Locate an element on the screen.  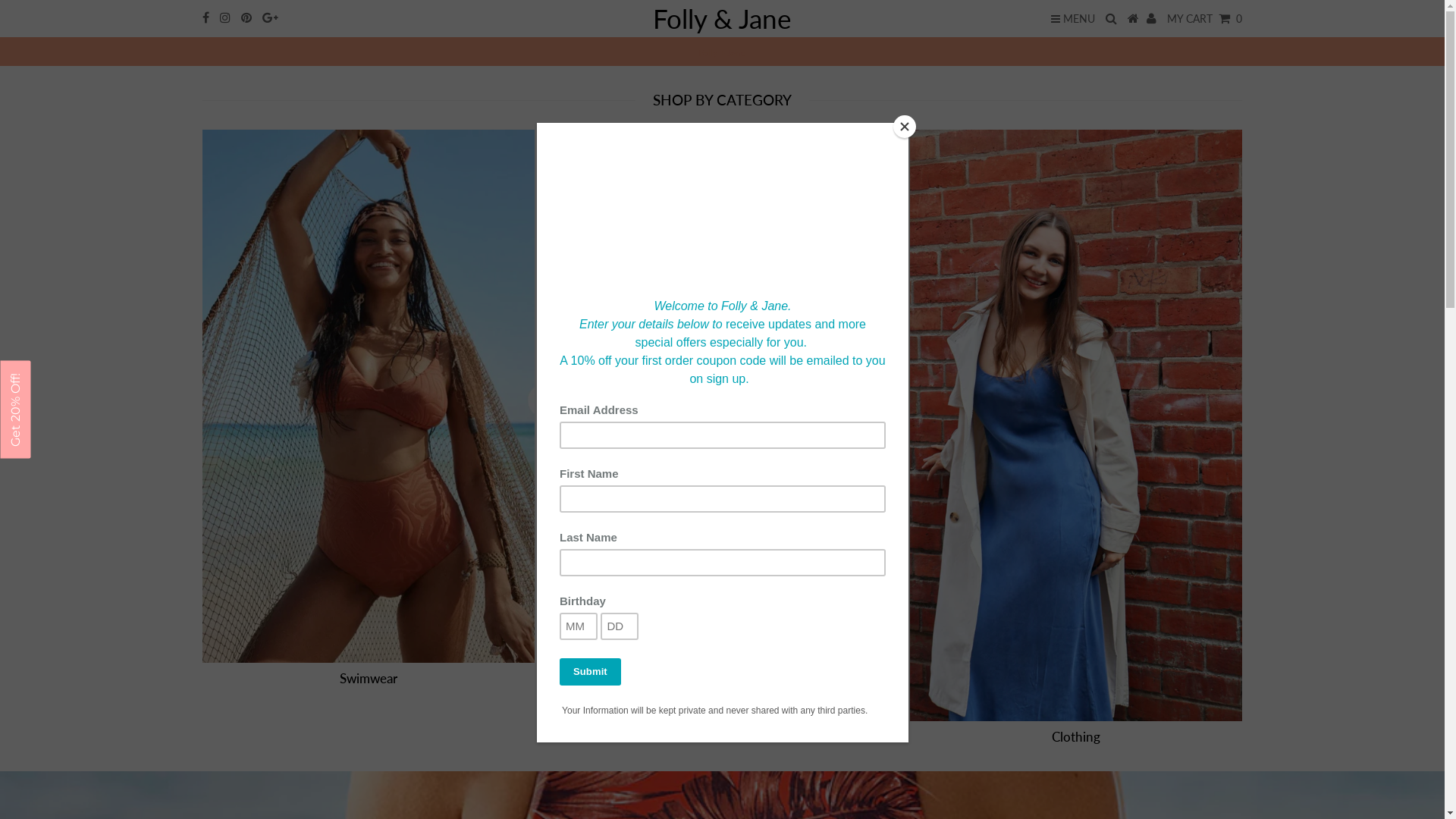
'Folly + Jane' is located at coordinates (720, 52).